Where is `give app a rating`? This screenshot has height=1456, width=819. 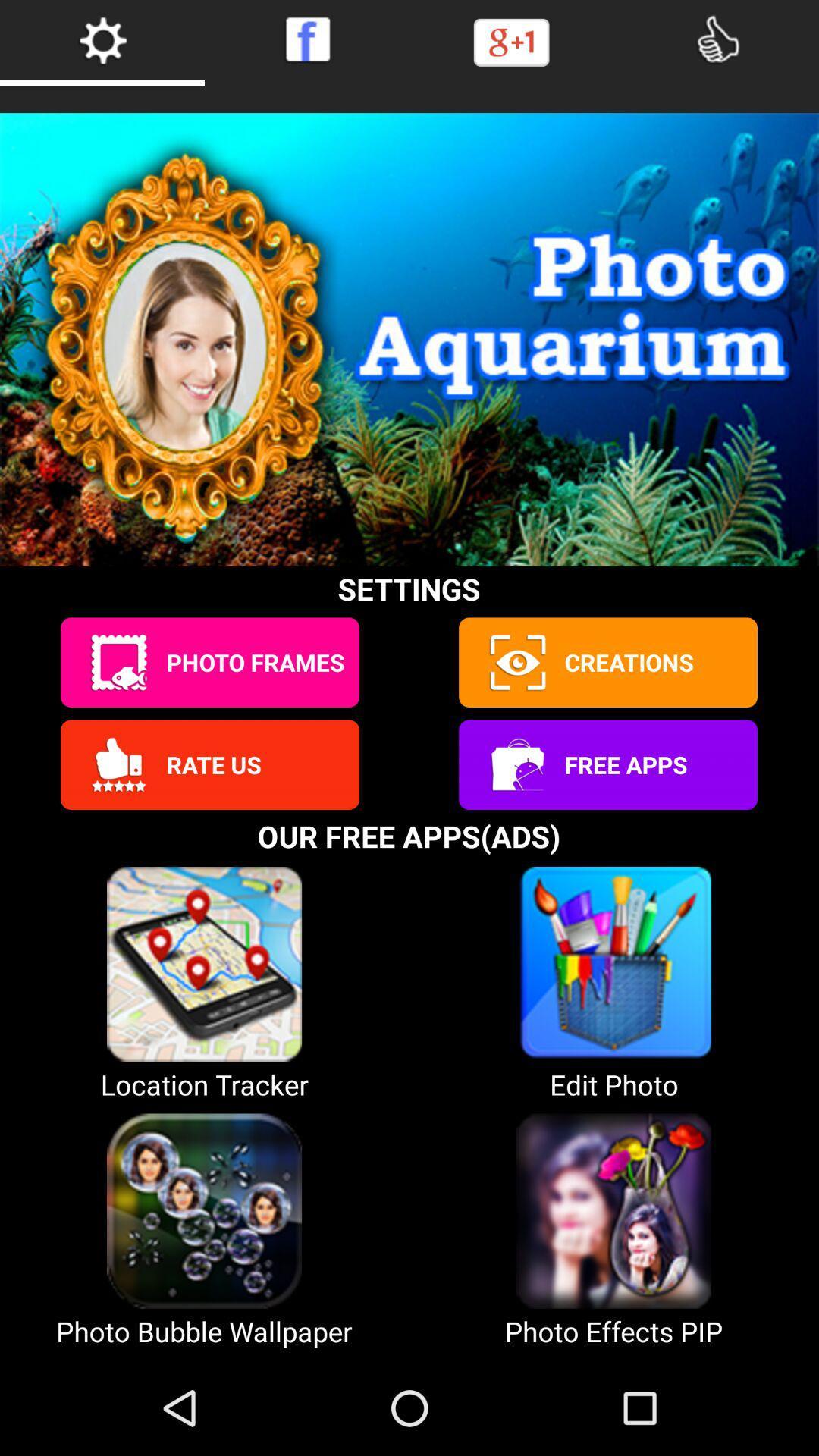
give app a rating is located at coordinates (118, 764).